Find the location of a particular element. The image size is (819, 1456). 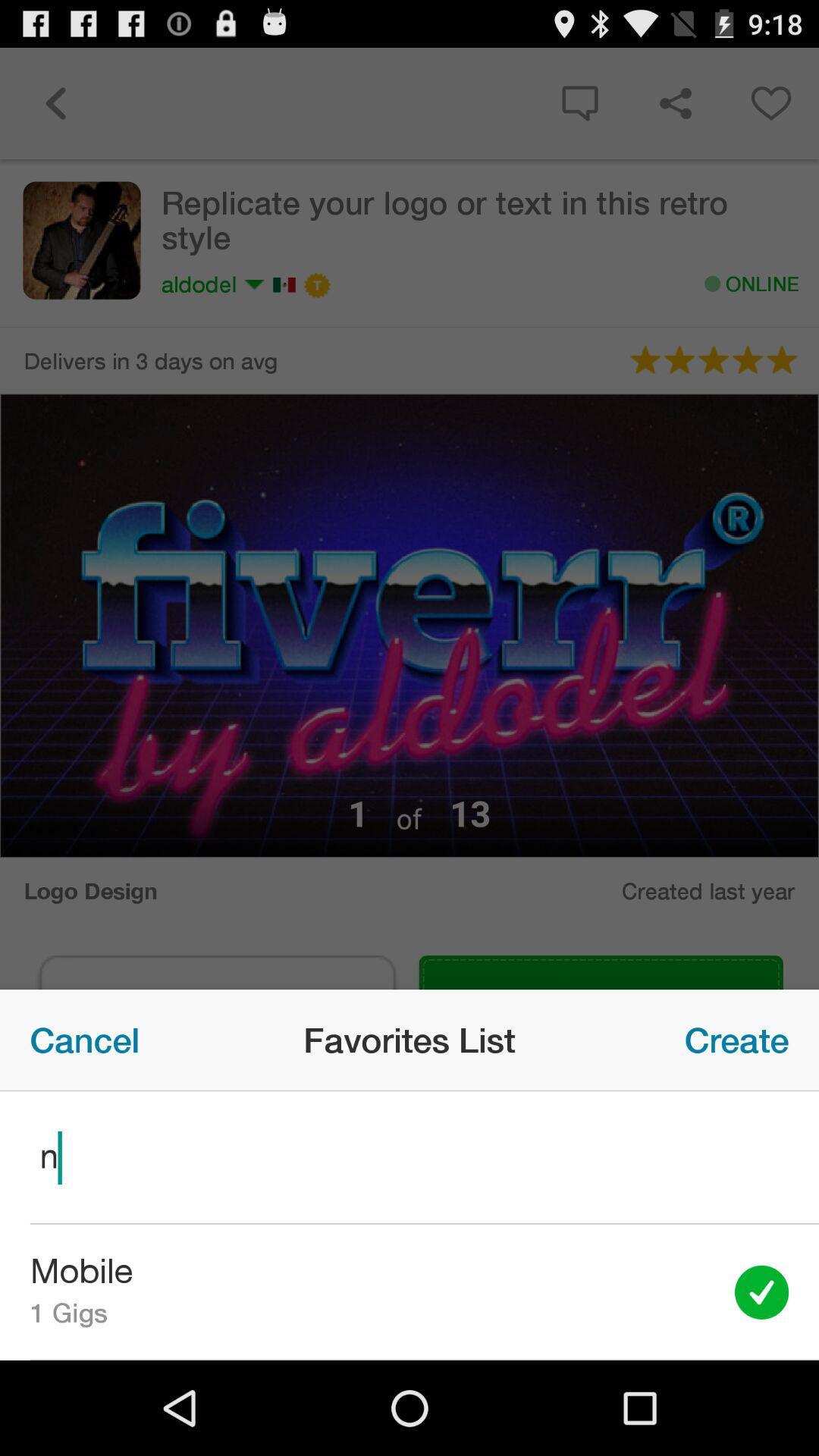

item next to favorites list item is located at coordinates (736, 1039).